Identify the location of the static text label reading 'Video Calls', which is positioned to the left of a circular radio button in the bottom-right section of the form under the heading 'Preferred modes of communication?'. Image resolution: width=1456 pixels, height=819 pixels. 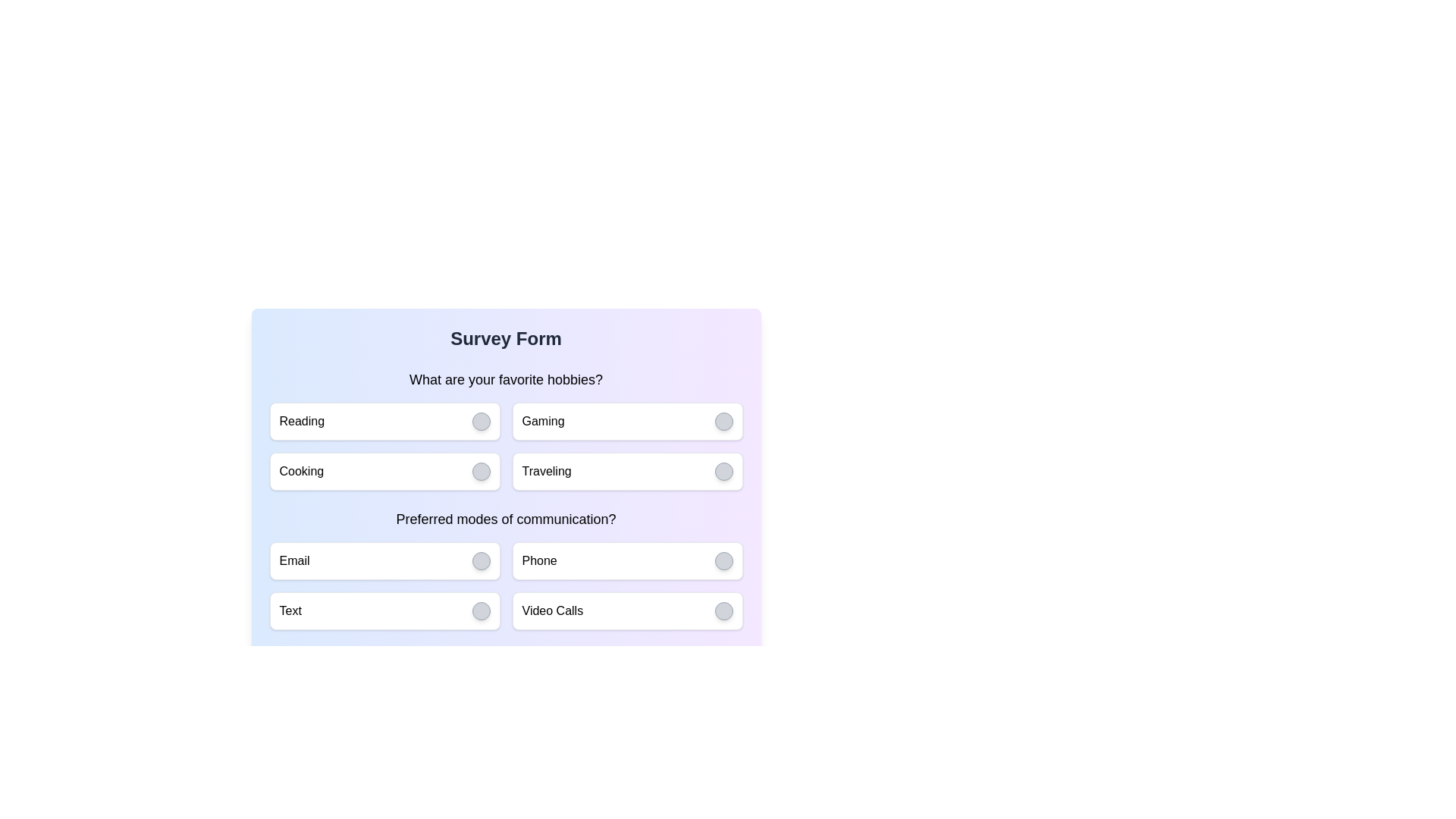
(551, 610).